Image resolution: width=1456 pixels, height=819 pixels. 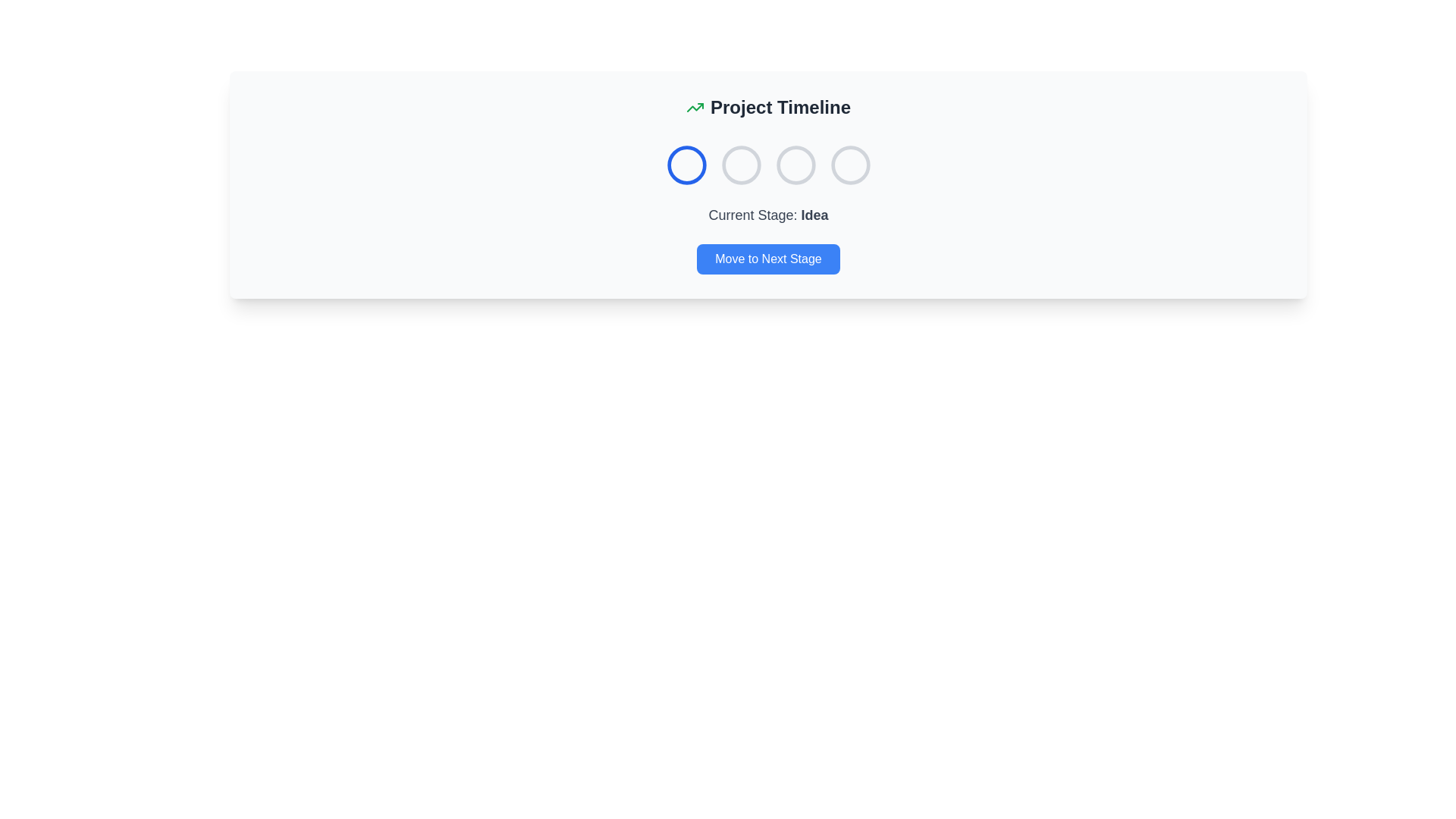 I want to click on the Progress Indicator located below the title 'Project Timeline' to navigate through stages, as it has interactive functionality, so click(x=768, y=165).